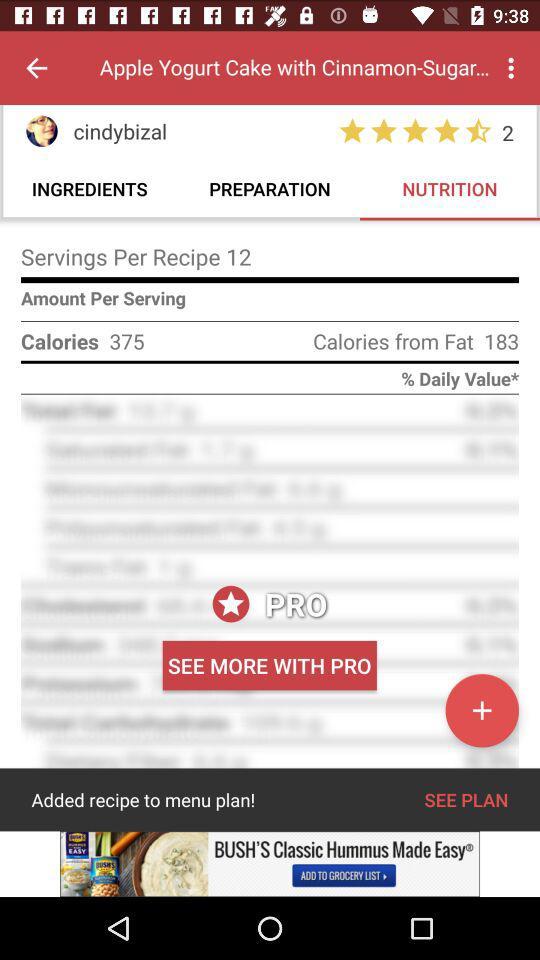 The width and height of the screenshot is (540, 960). What do you see at coordinates (481, 710) in the screenshot?
I see `the add icon` at bounding box center [481, 710].